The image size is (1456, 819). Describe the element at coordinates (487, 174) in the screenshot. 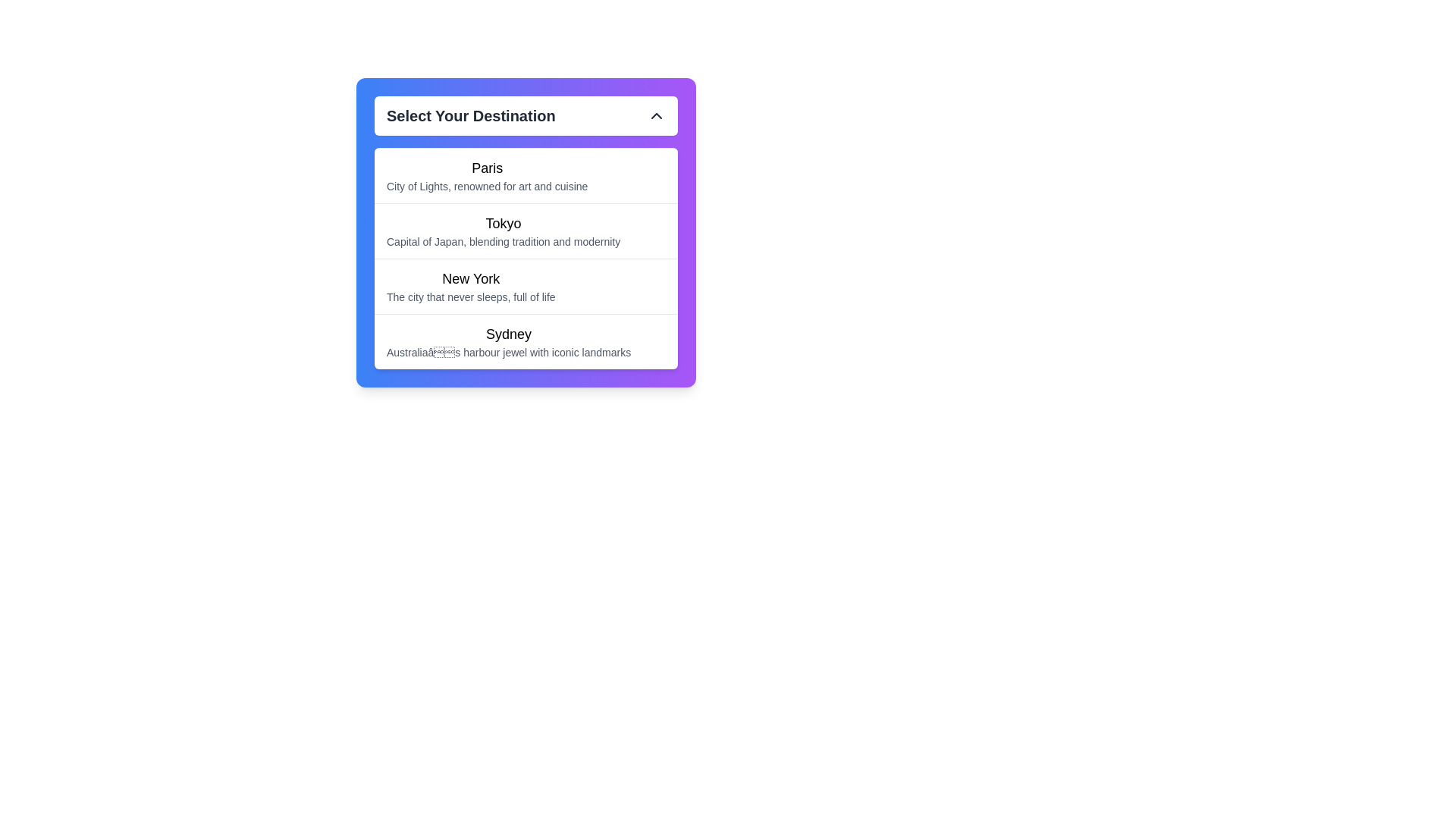

I see `the list item representing the city of Paris` at that location.